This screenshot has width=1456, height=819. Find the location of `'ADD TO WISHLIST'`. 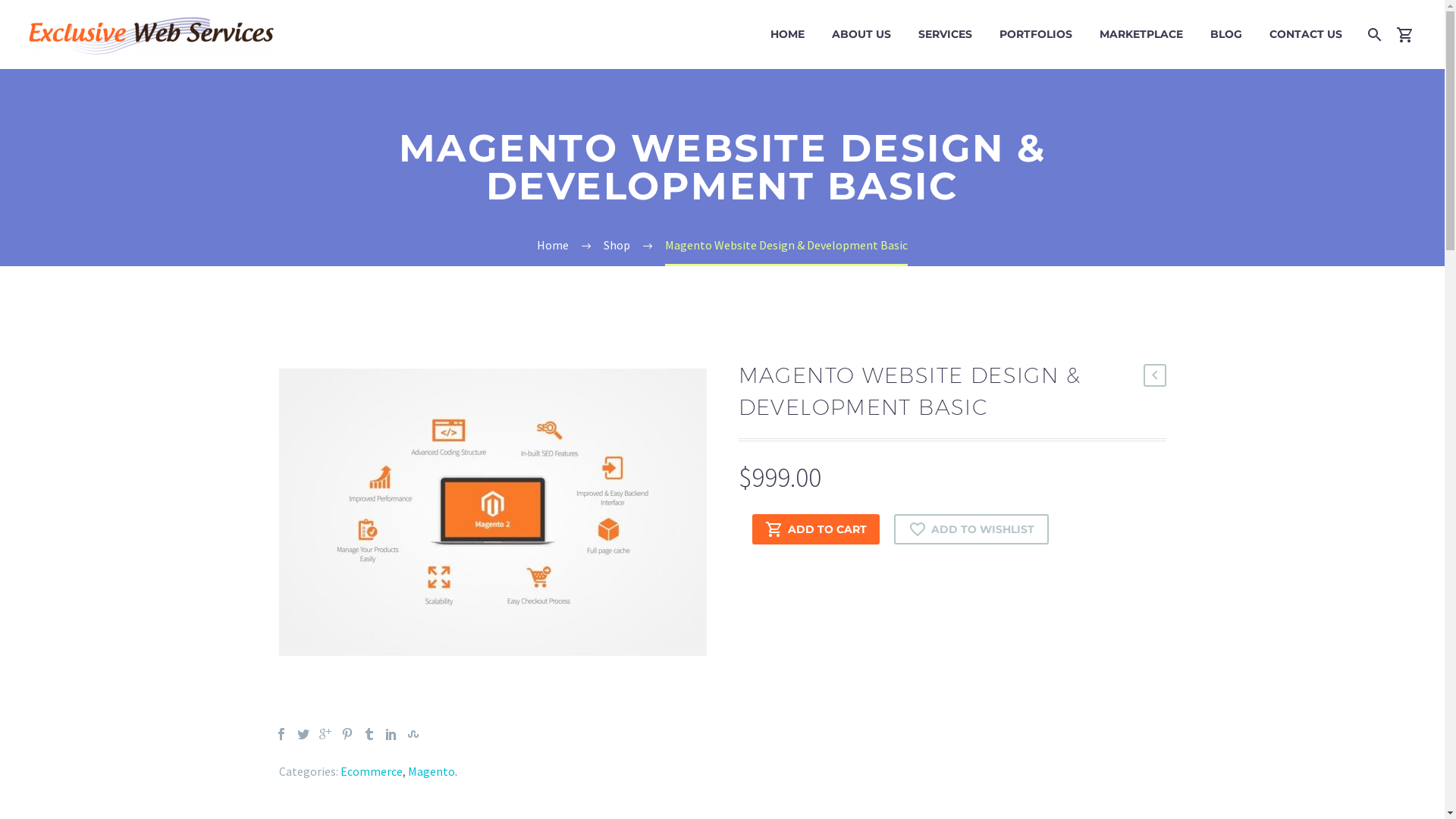

'ADD TO WISHLIST' is located at coordinates (971, 529).